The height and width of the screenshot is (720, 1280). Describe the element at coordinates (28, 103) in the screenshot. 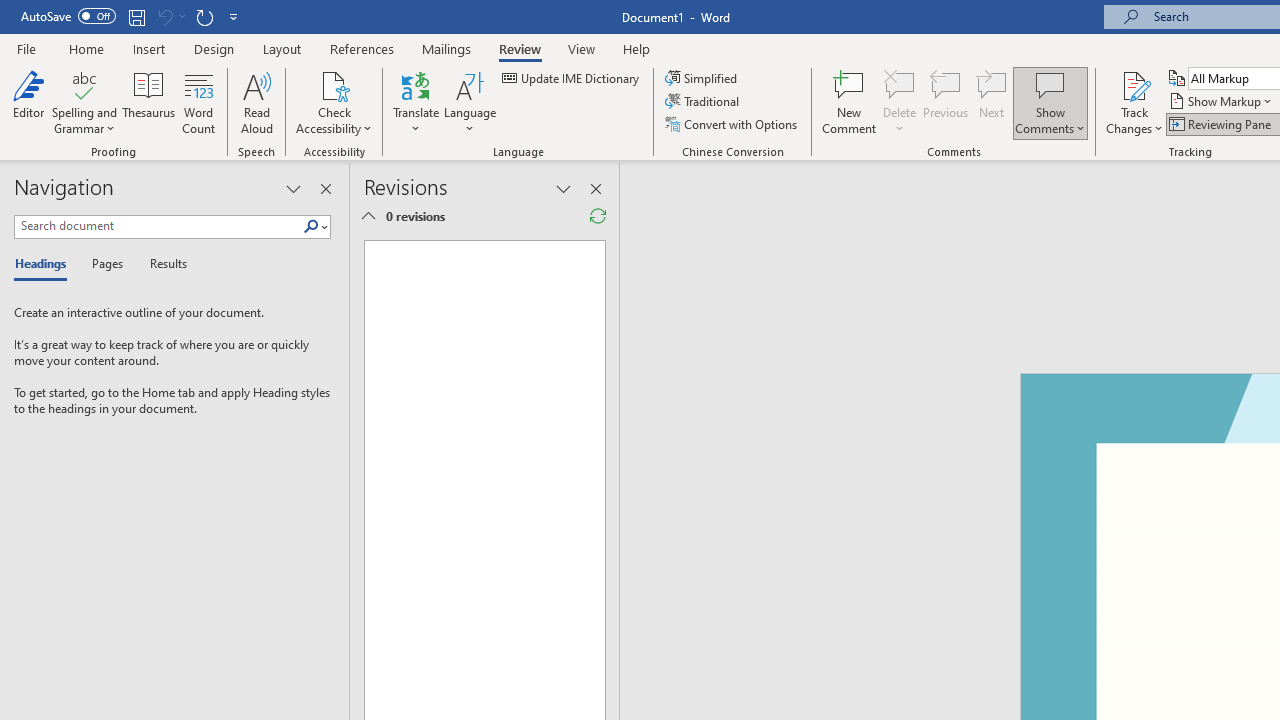

I see `'Editor'` at that location.